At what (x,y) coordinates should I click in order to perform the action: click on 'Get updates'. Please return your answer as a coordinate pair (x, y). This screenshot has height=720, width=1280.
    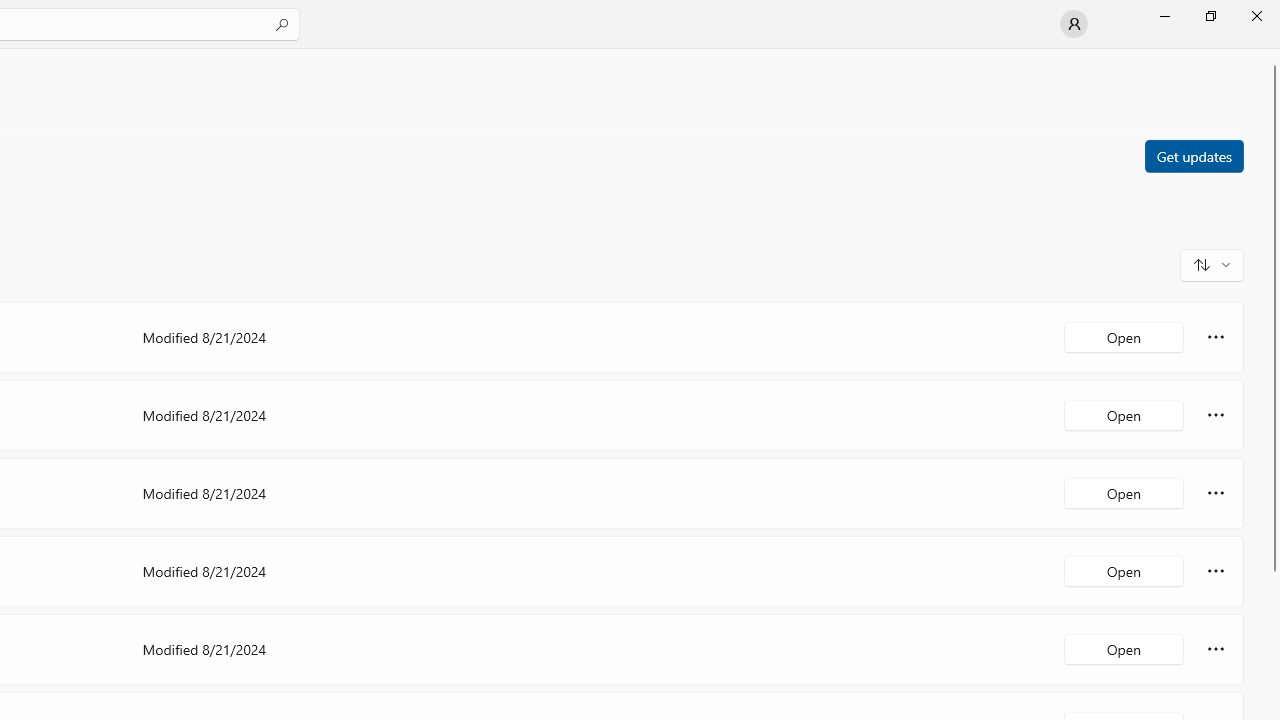
    Looking at the image, I should click on (1193, 154).